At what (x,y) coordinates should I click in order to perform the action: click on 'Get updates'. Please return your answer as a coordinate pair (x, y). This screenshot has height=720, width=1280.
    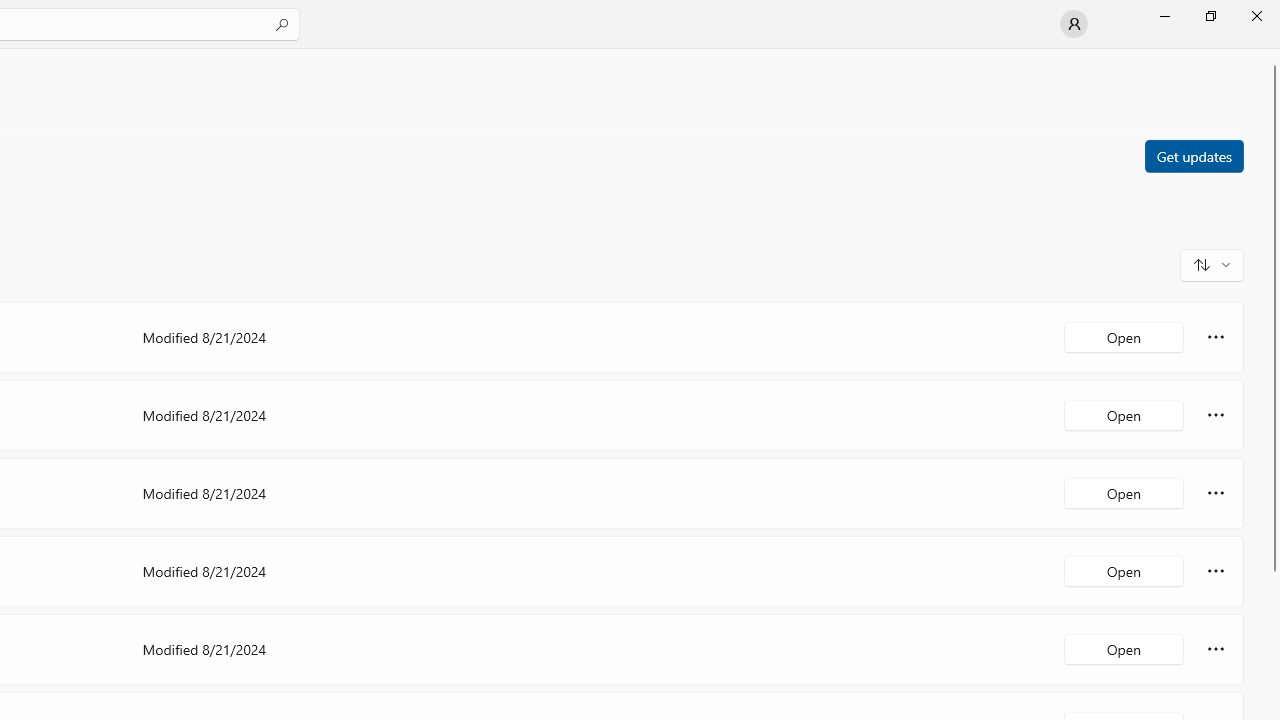
    Looking at the image, I should click on (1193, 154).